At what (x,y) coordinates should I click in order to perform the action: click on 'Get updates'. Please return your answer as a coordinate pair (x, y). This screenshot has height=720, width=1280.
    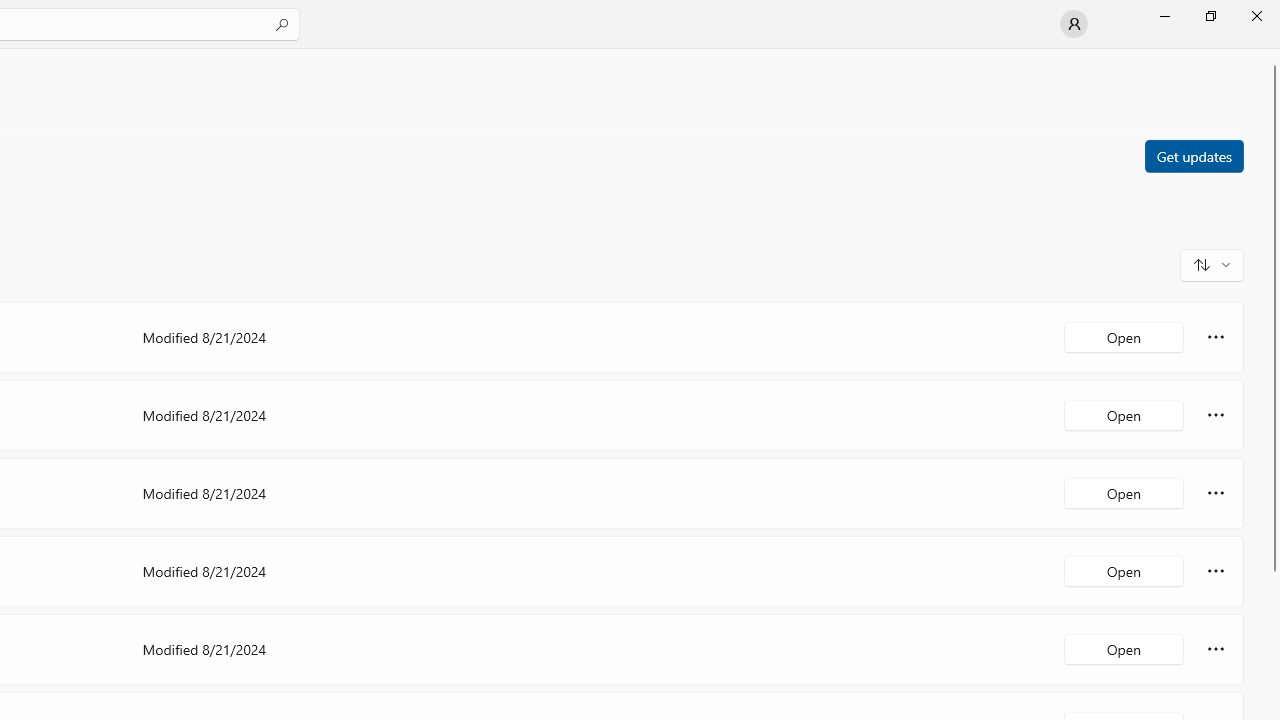
    Looking at the image, I should click on (1193, 154).